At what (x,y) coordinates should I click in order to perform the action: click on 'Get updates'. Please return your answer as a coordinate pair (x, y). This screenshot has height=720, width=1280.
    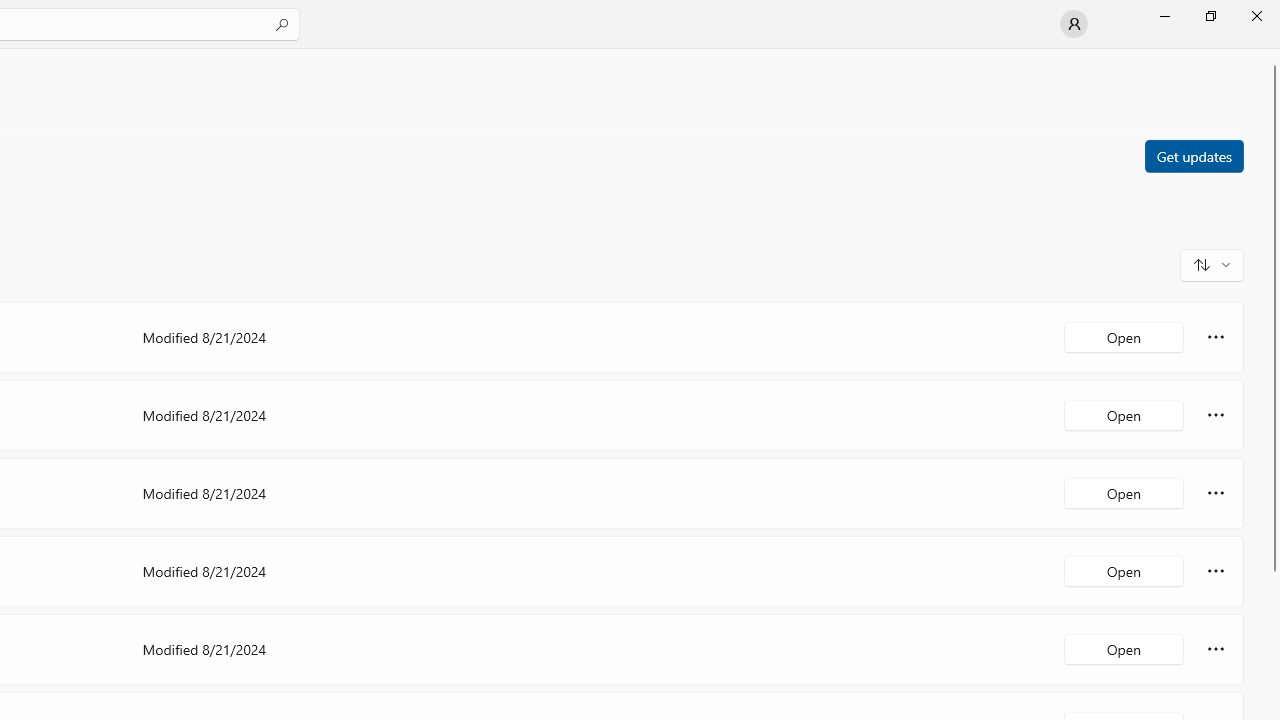
    Looking at the image, I should click on (1193, 154).